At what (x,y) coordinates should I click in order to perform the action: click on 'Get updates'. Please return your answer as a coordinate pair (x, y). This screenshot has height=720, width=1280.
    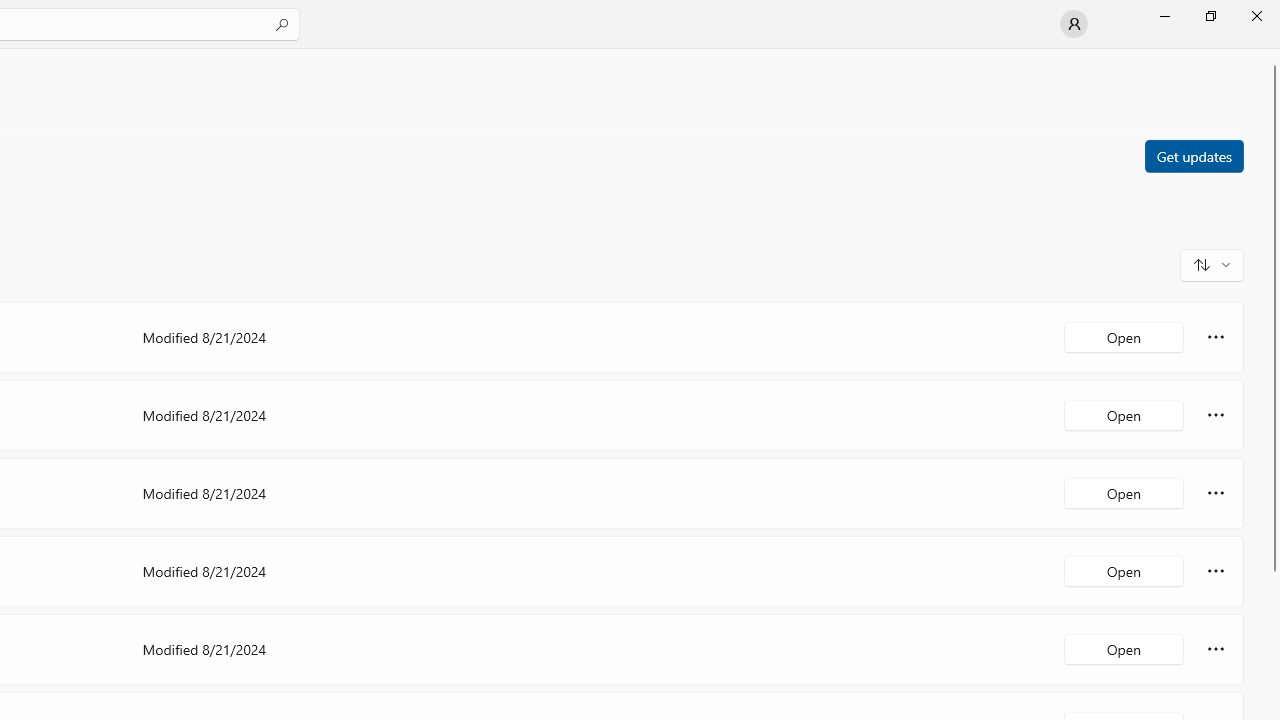
    Looking at the image, I should click on (1193, 154).